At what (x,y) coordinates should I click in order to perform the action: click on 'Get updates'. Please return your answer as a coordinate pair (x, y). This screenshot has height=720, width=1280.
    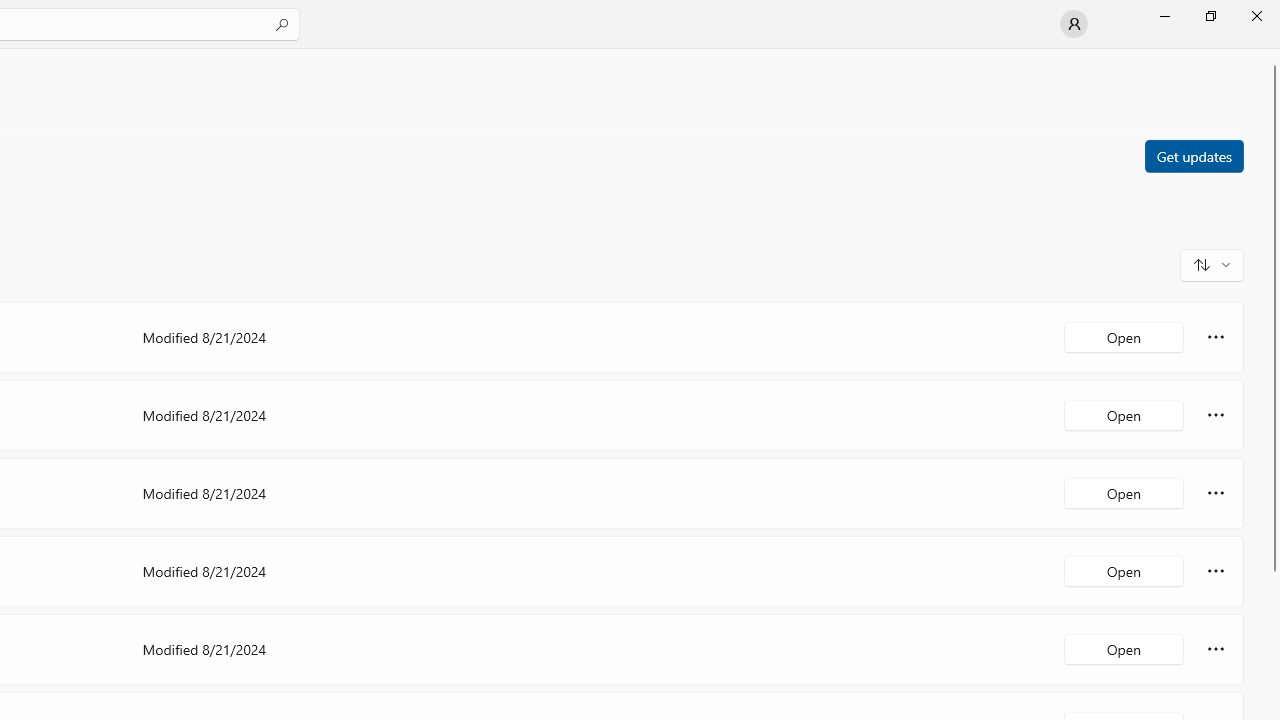
    Looking at the image, I should click on (1193, 154).